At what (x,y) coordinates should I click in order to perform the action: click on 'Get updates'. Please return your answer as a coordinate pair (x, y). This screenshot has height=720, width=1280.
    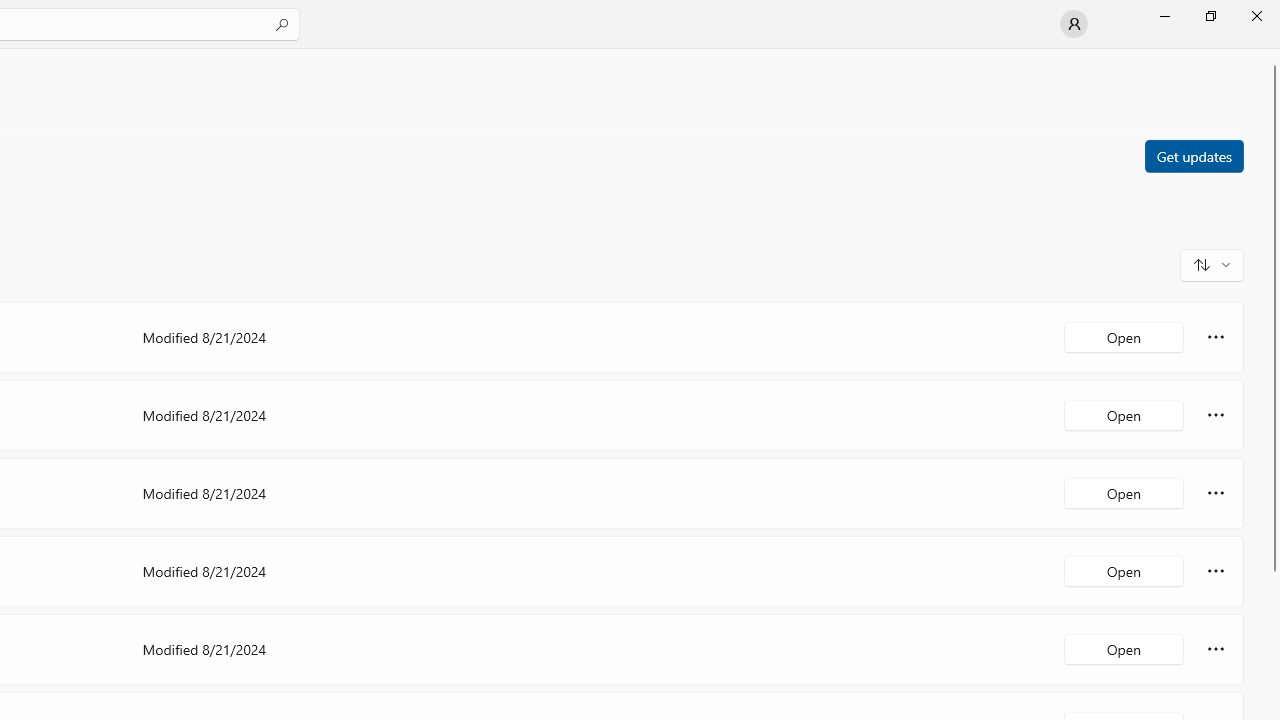
    Looking at the image, I should click on (1193, 154).